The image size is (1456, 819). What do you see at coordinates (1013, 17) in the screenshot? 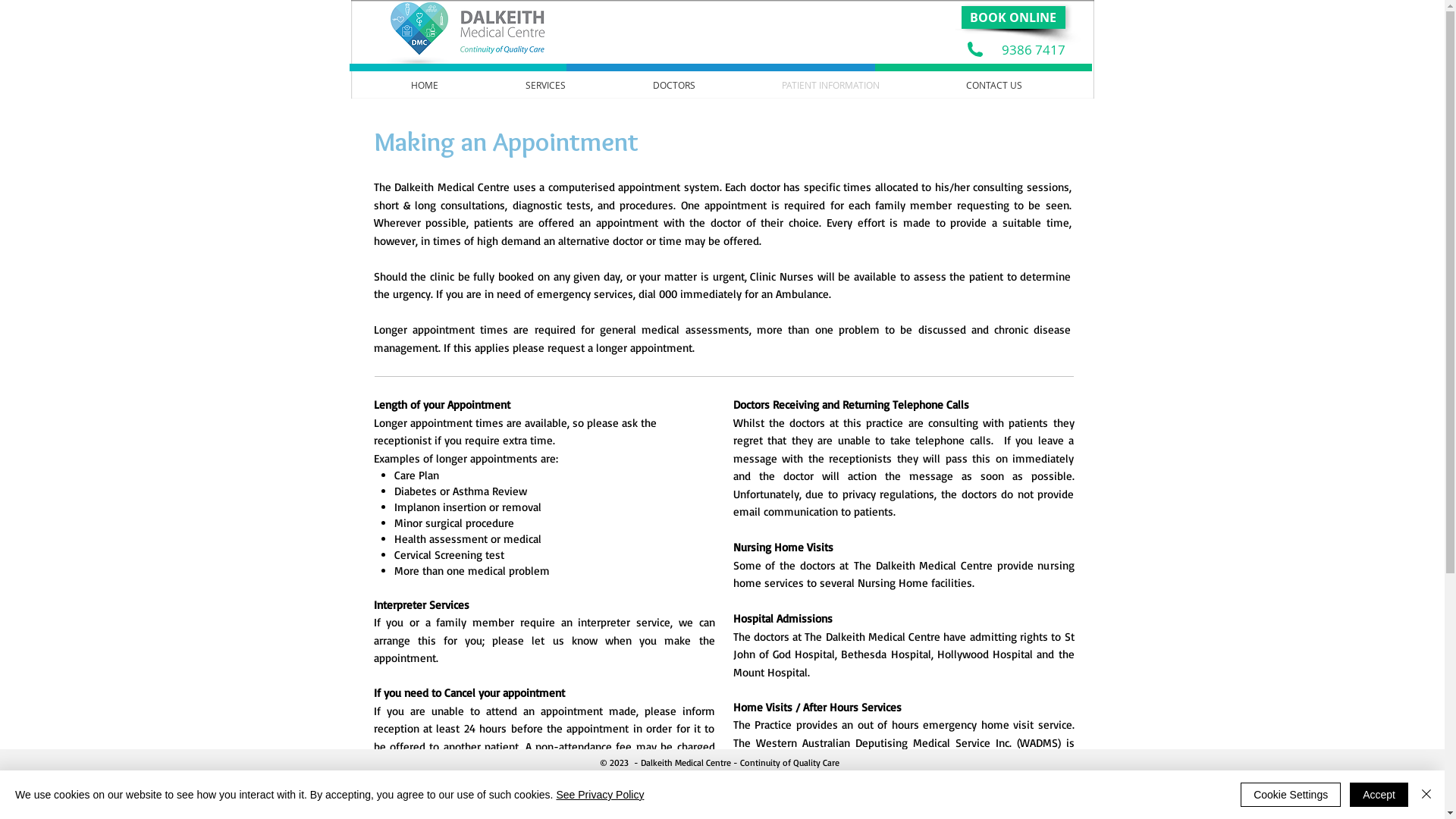
I see `'BOOK ONLINE'` at bounding box center [1013, 17].